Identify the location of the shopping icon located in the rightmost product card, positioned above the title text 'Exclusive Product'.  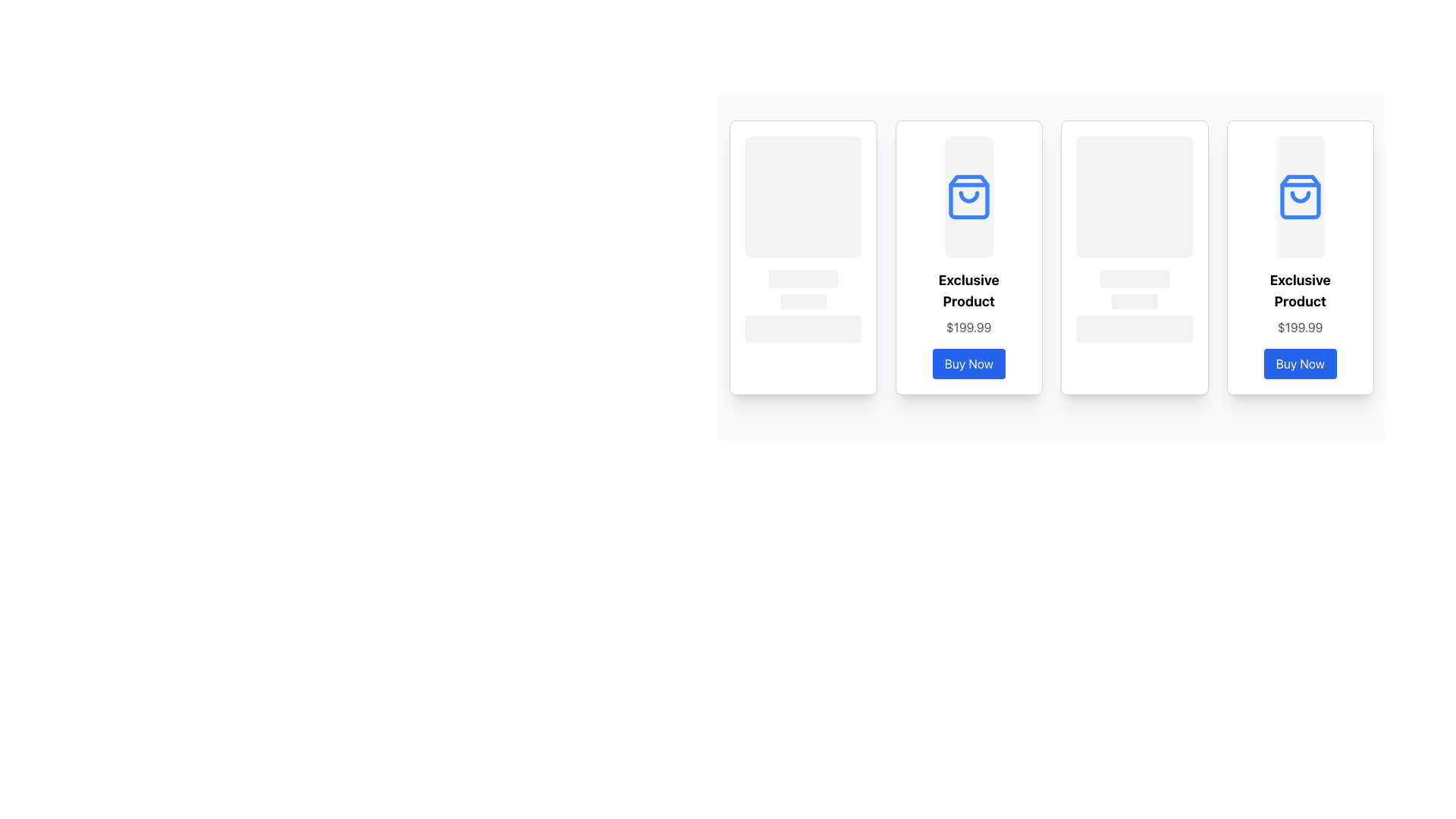
(1299, 196).